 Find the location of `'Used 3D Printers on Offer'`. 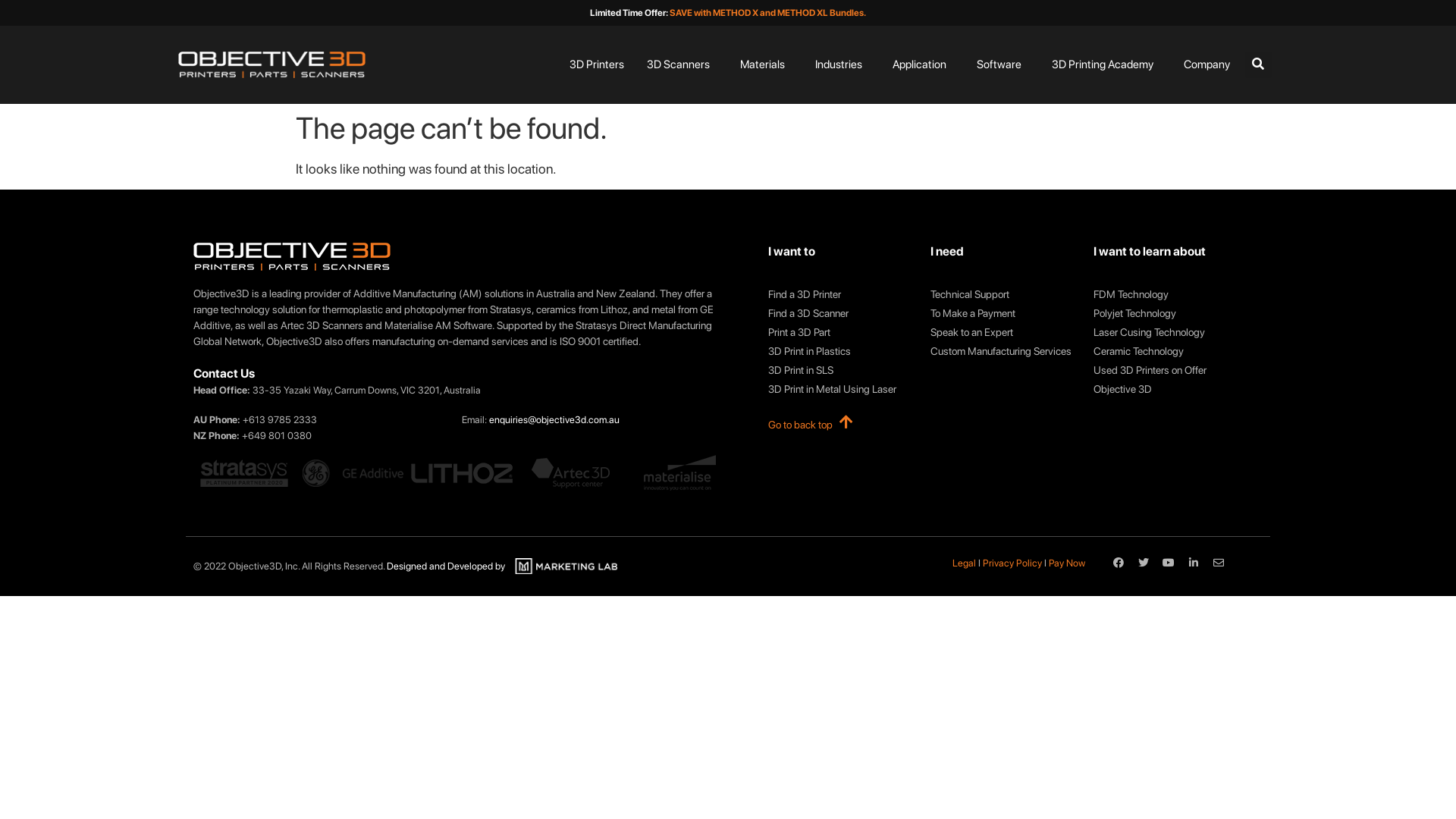

'Used 3D Printers on Offer' is located at coordinates (1093, 370).